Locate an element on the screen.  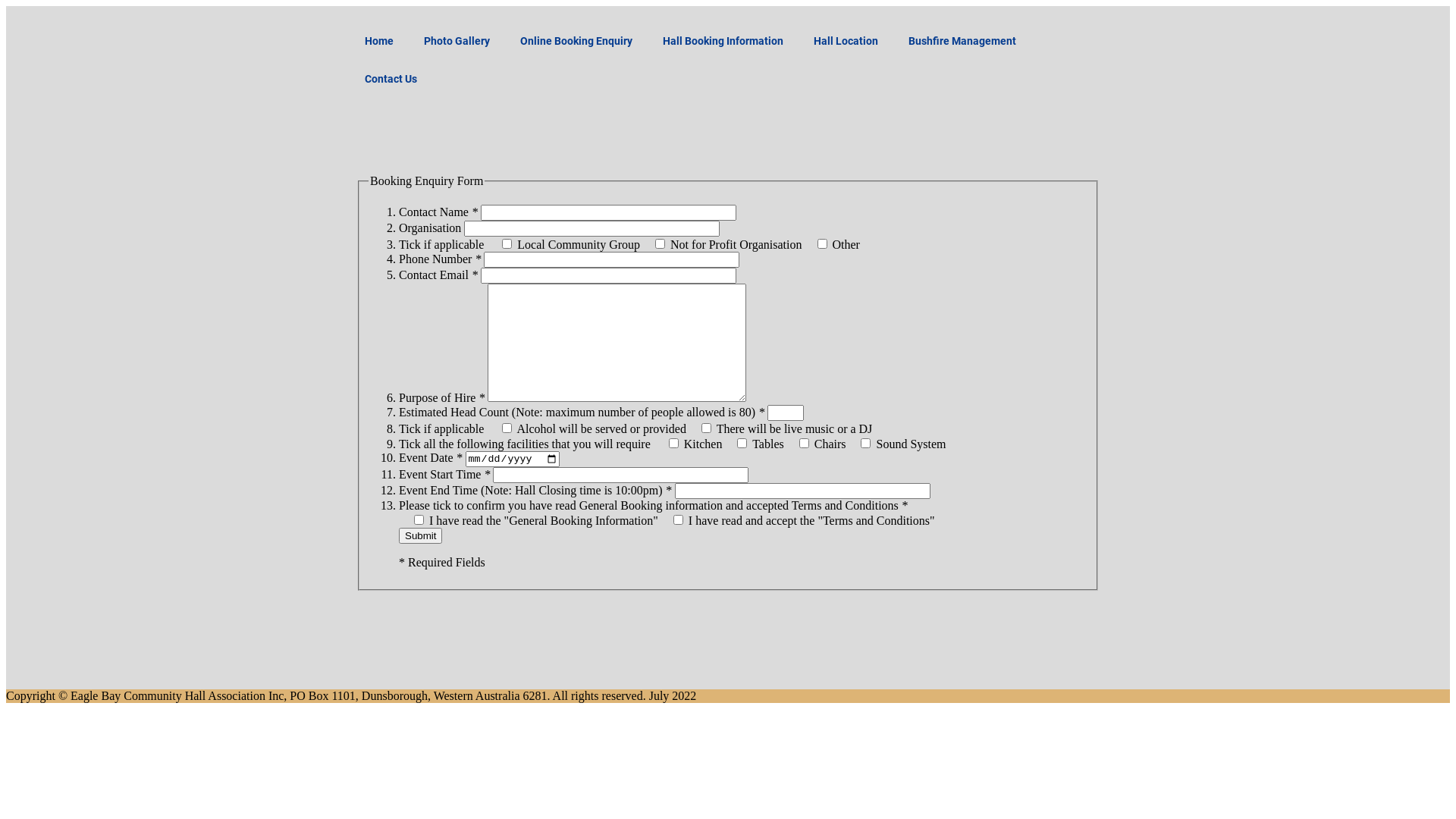
'Bushfire Management' is located at coordinates (961, 40).